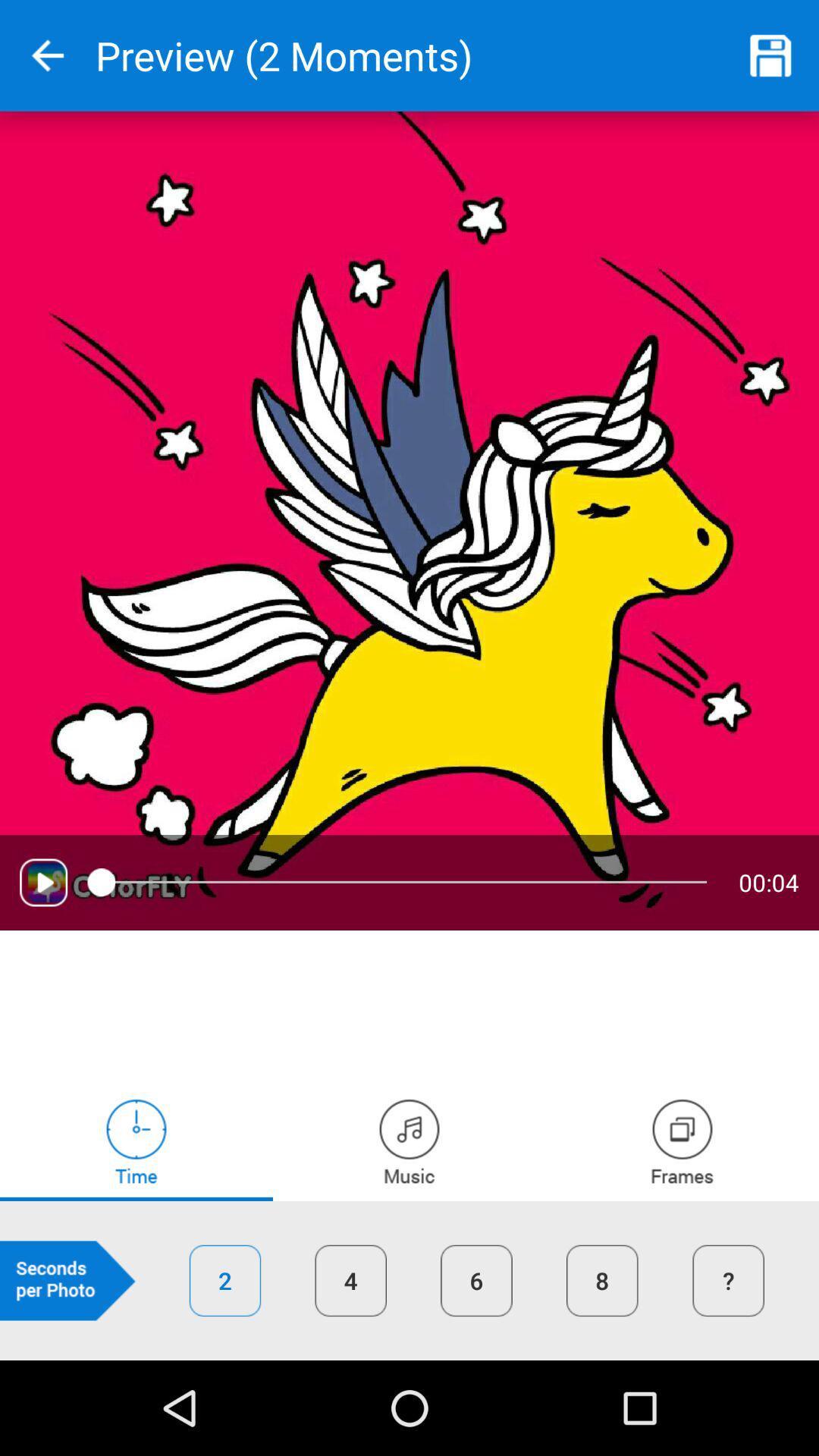 The image size is (819, 1456). I want to click on alarm, so click(136, 1141).